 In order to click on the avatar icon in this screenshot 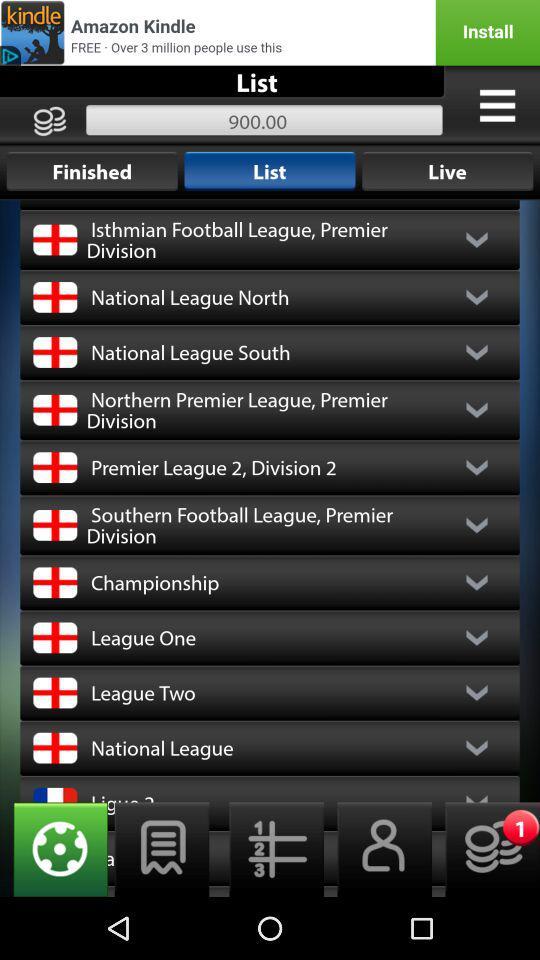, I will do `click(378, 909)`.